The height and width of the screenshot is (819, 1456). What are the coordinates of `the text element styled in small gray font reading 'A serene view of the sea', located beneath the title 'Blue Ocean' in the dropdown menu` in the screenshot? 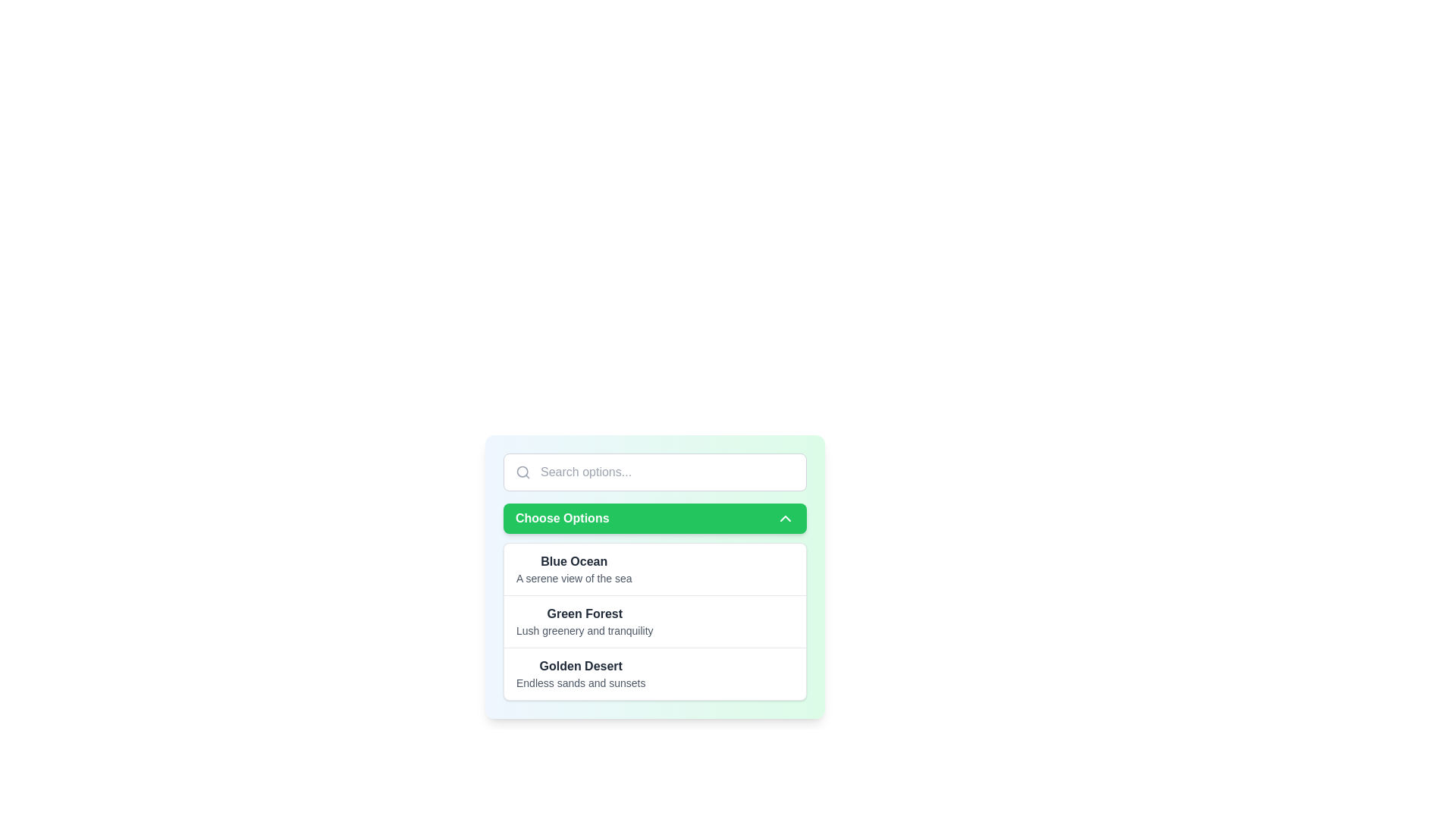 It's located at (573, 579).